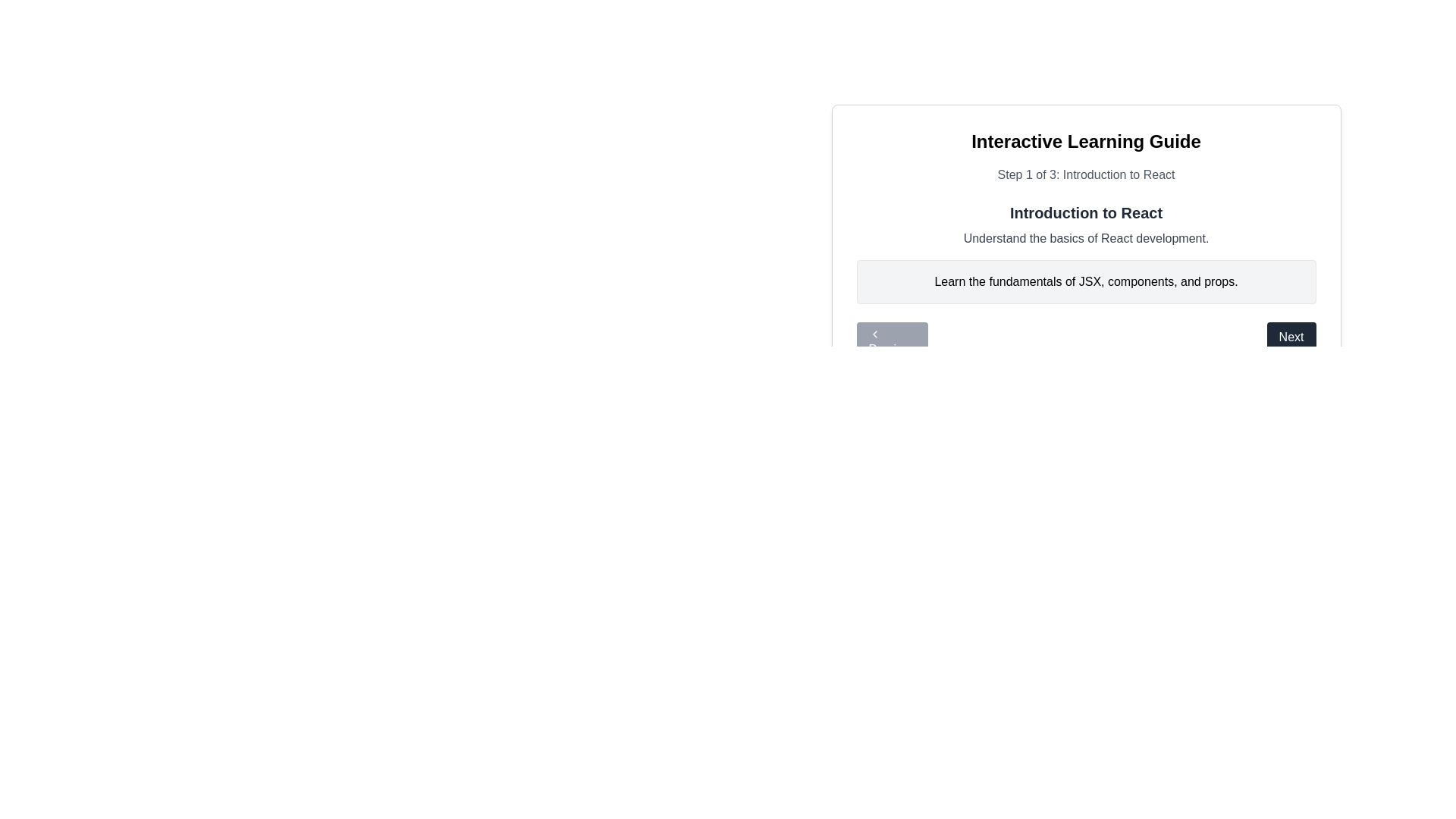 Image resolution: width=1456 pixels, height=819 pixels. I want to click on the disabled navigation button located on the left side of the horizontal button group at the bottom of the instructional content box, so click(892, 343).